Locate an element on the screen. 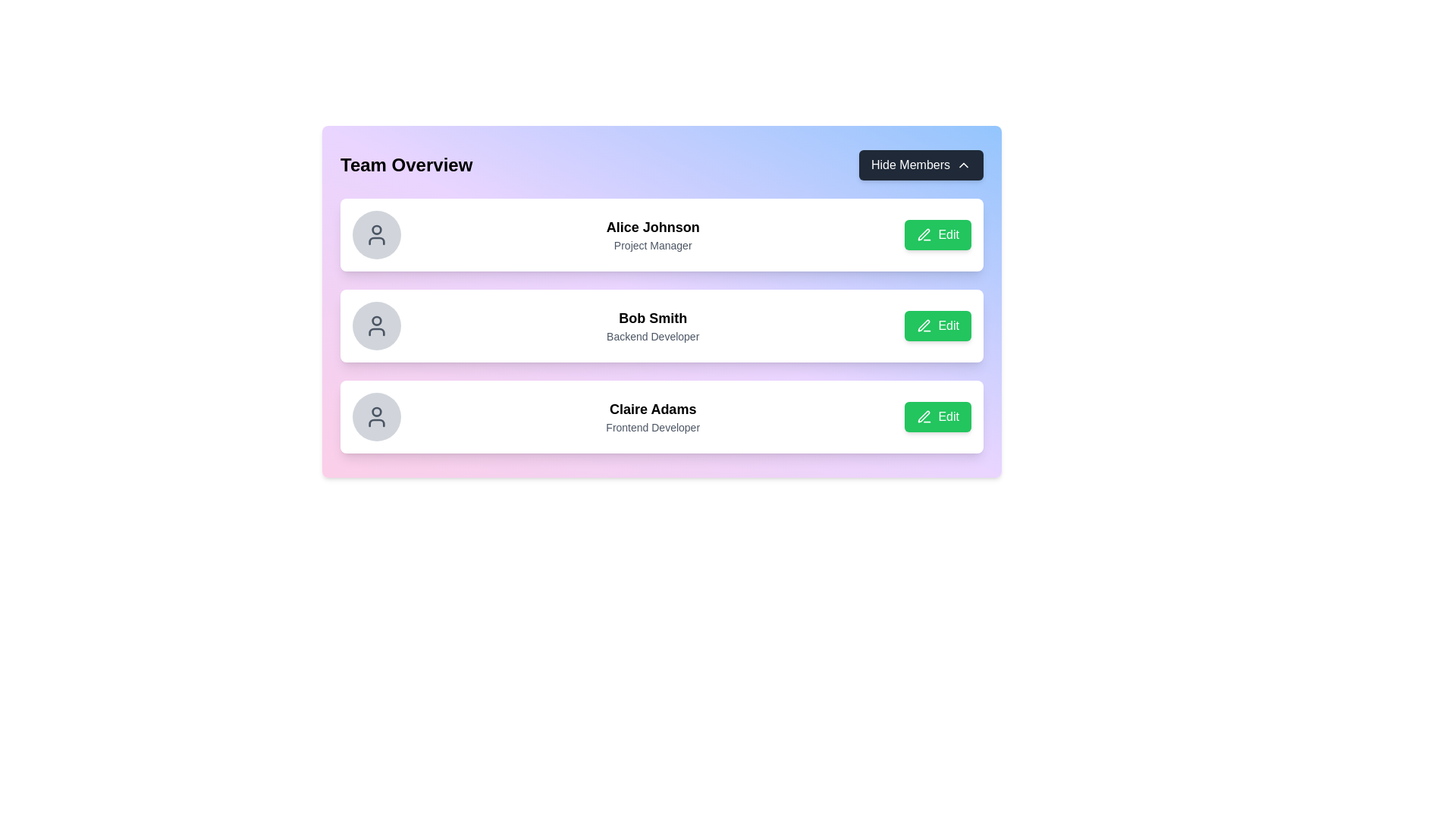 This screenshot has height=819, width=1456. the 'Edit' button, which contains the pen icon, located is located at coordinates (924, 234).